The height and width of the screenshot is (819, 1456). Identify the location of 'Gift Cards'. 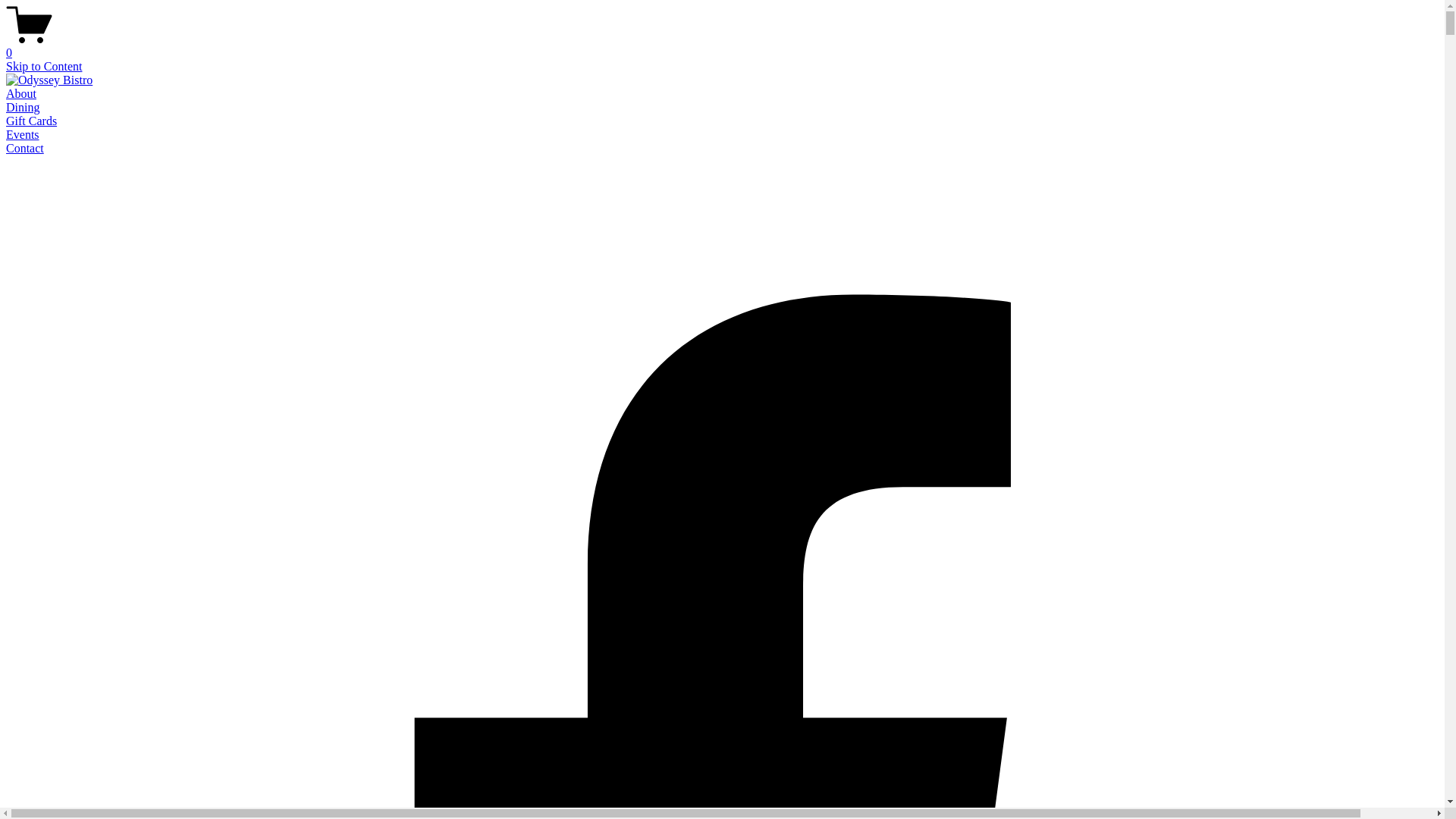
(31, 120).